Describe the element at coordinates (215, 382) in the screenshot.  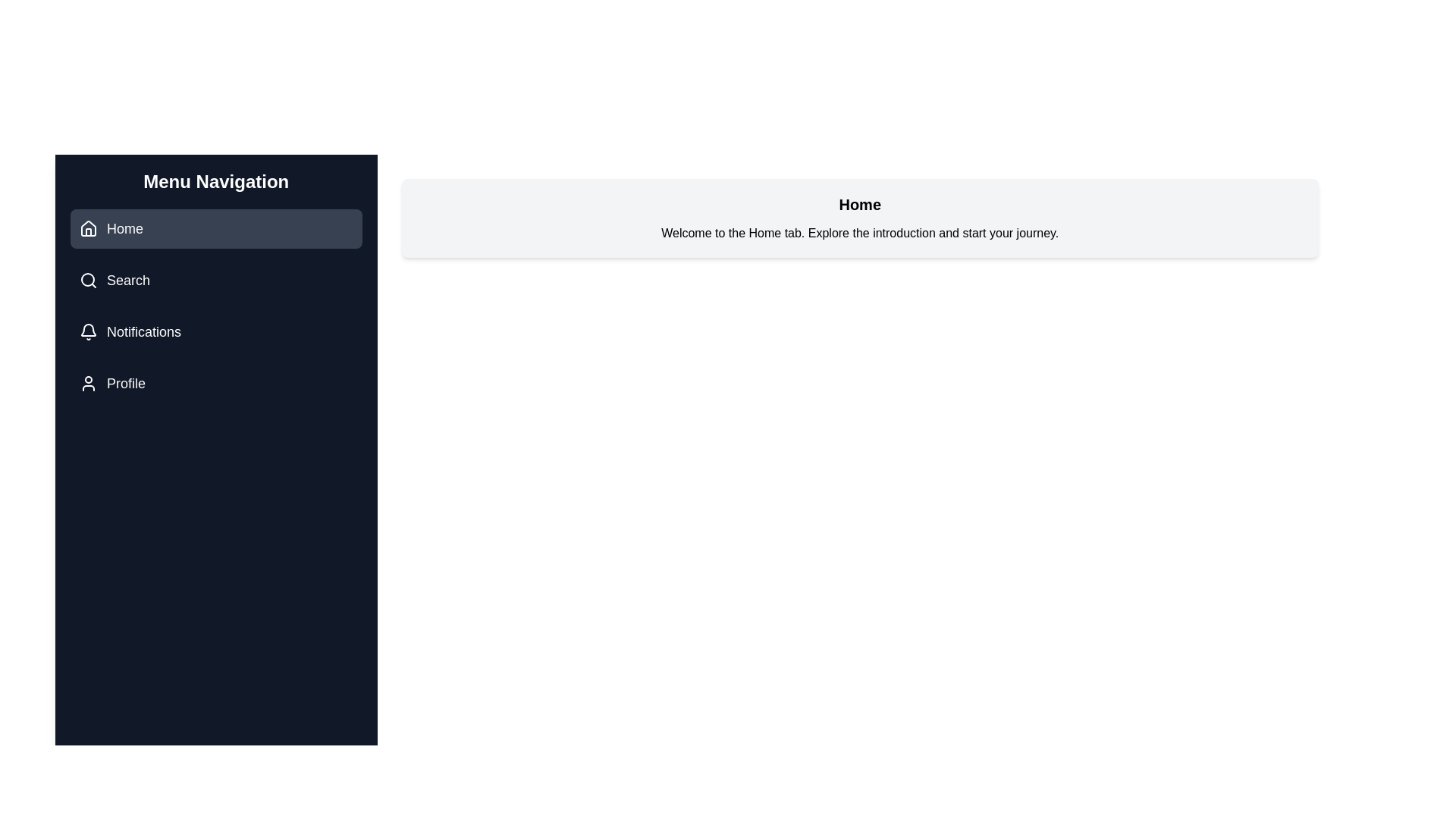
I see `the button labeled Profile to reveal its hover effect` at that location.